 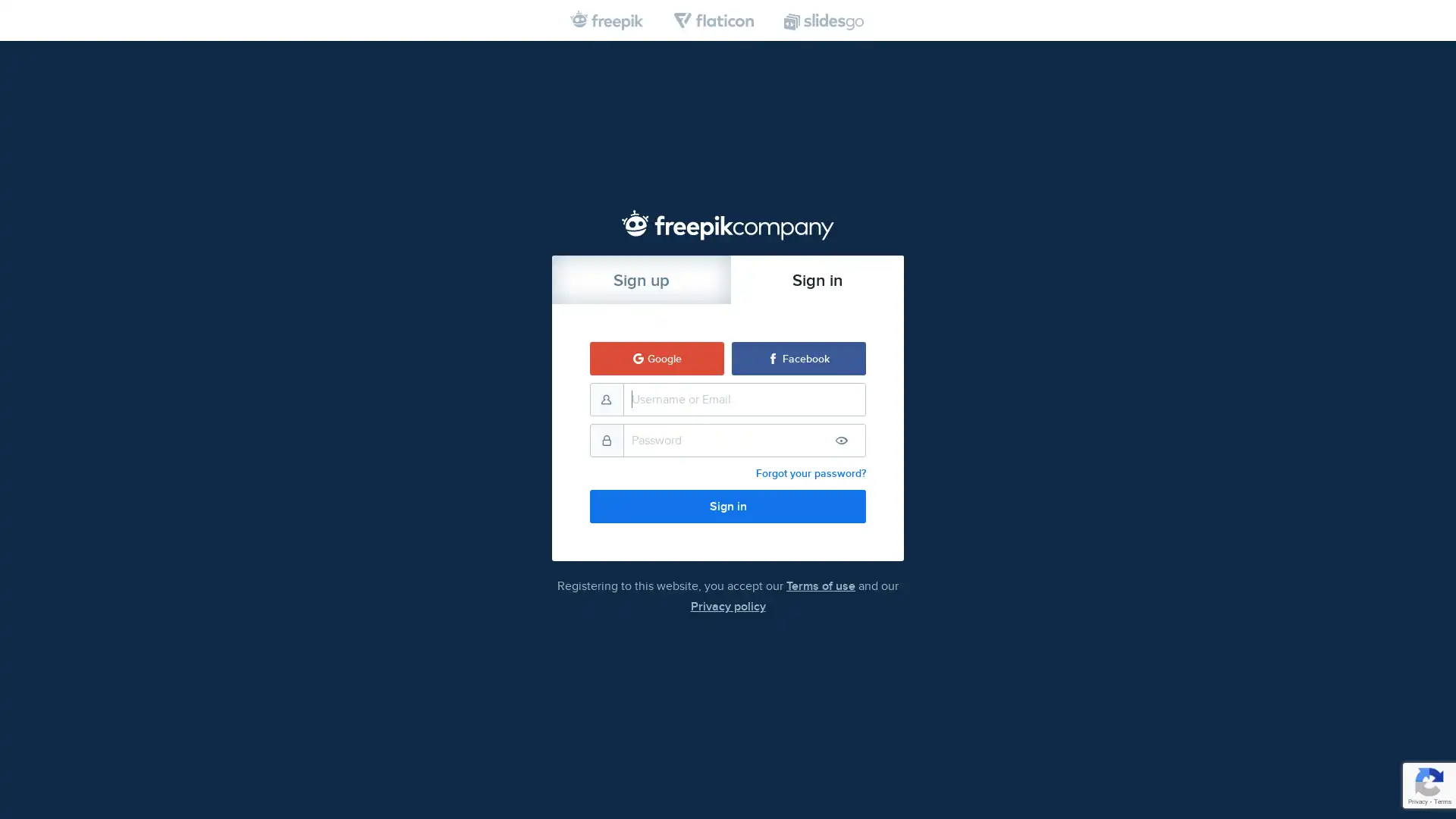 What do you see at coordinates (657, 357) in the screenshot?
I see `Google` at bounding box center [657, 357].